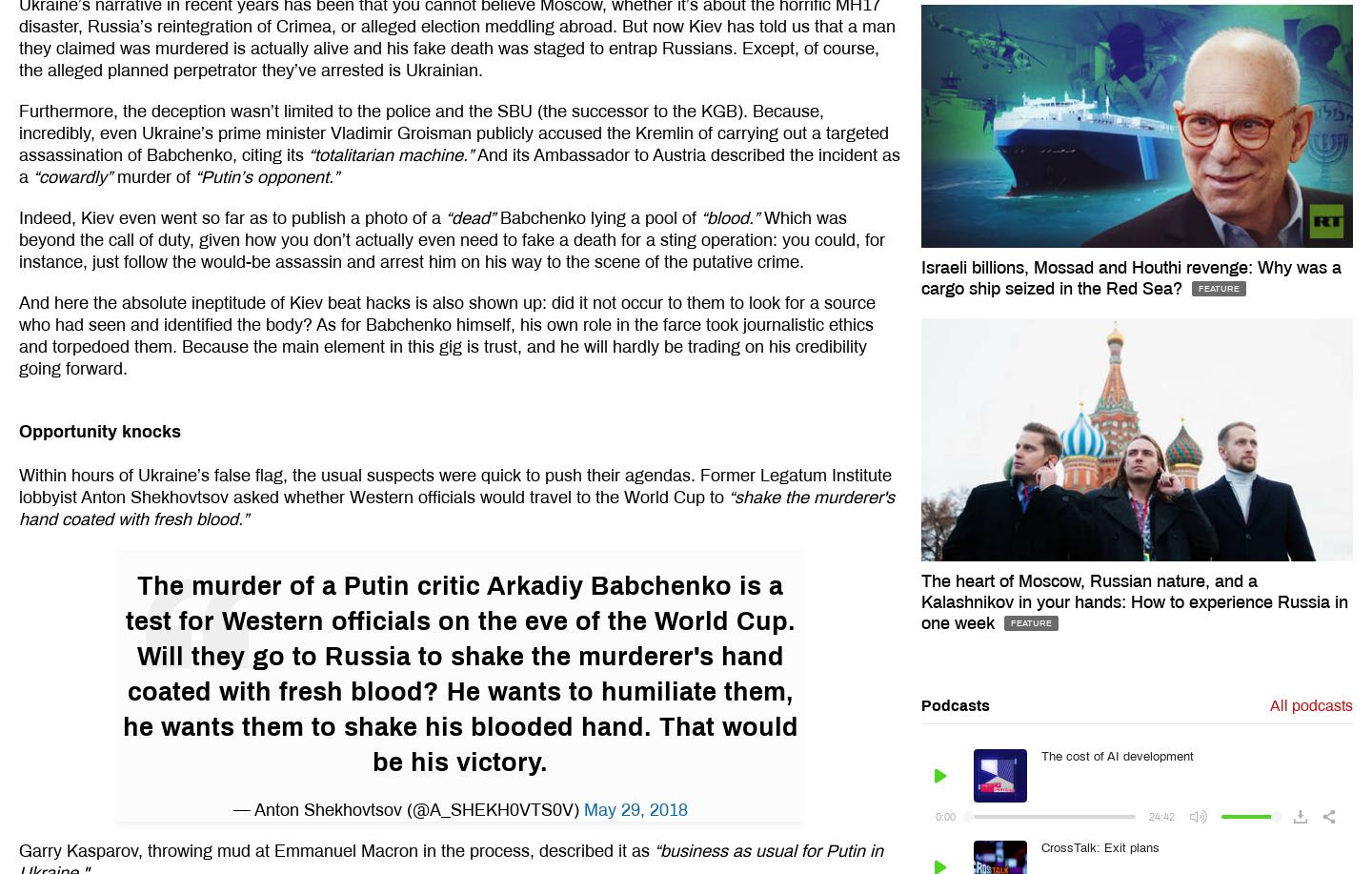 The height and width of the screenshot is (874, 1372). Describe the element at coordinates (494, 215) in the screenshot. I see `'Babchenko lying a pool of'` at that location.